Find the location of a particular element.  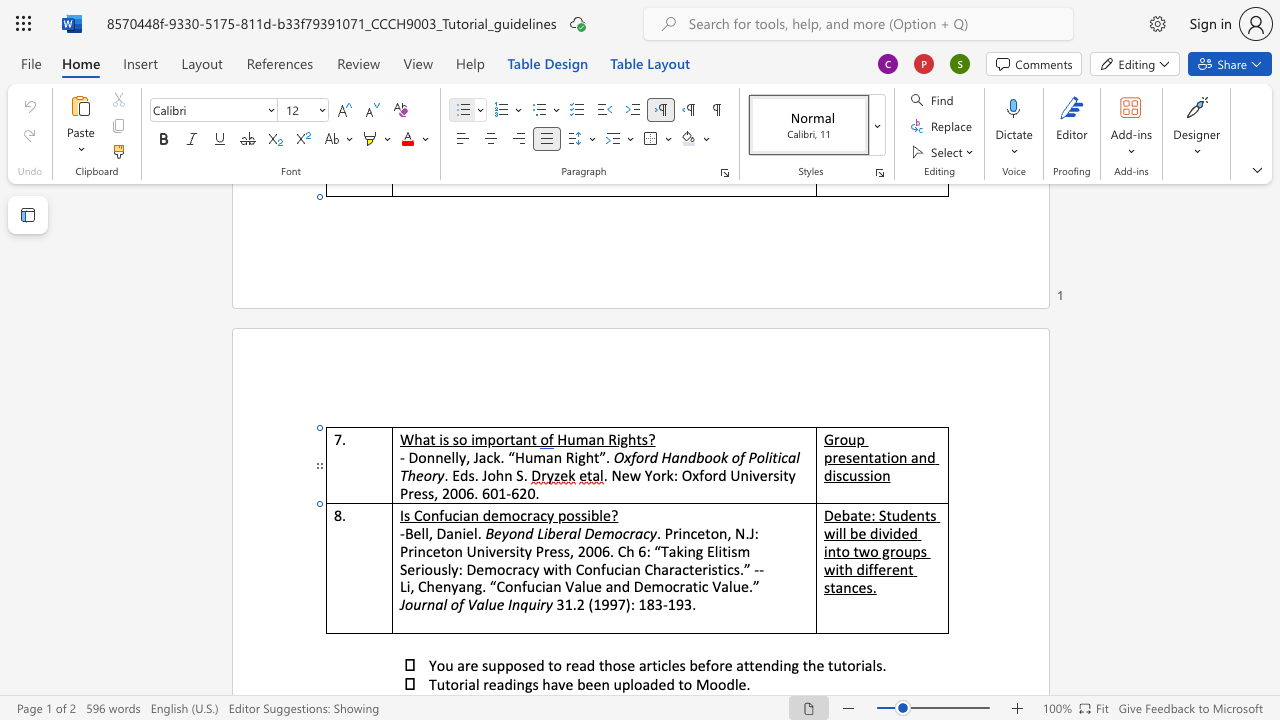

the space between the continuous character "o" and "r" in the text is located at coordinates (503, 438).